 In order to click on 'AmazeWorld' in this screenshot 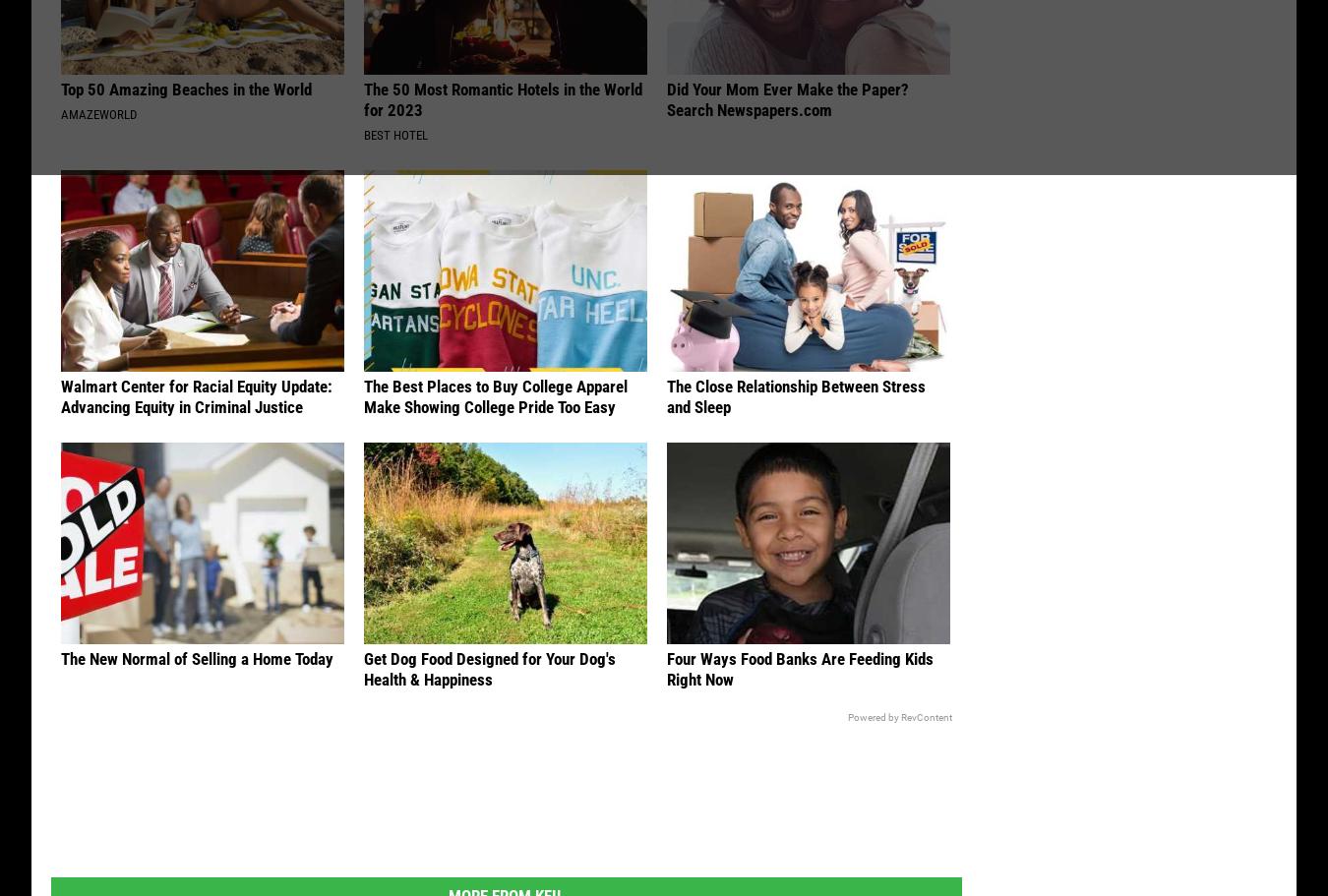, I will do `click(97, 116)`.